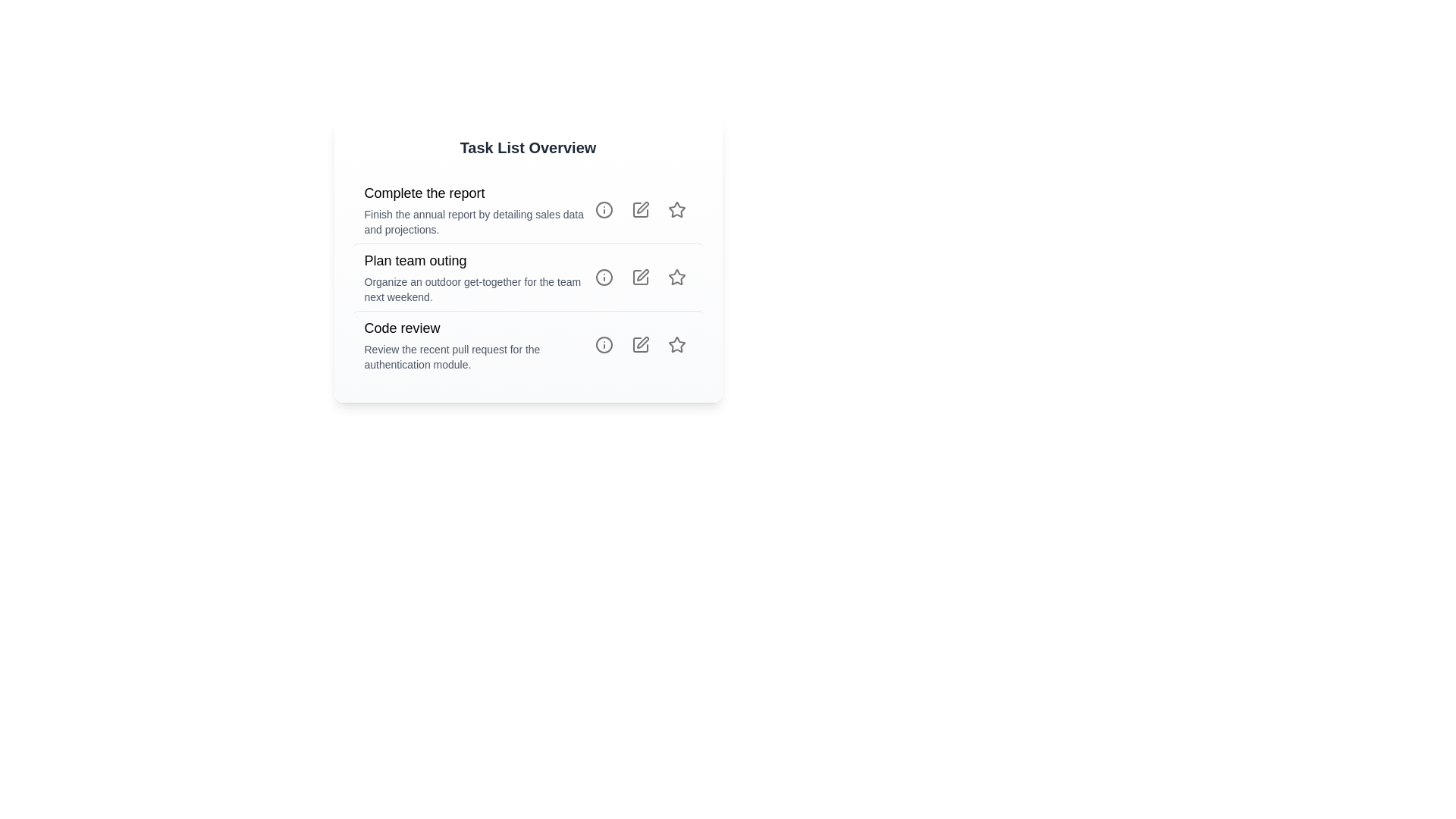 Image resolution: width=1456 pixels, height=819 pixels. I want to click on the edit icon located on the right side of the 'Code review' task item in the third row of the task list to receive a tooltip if available, so click(640, 345).